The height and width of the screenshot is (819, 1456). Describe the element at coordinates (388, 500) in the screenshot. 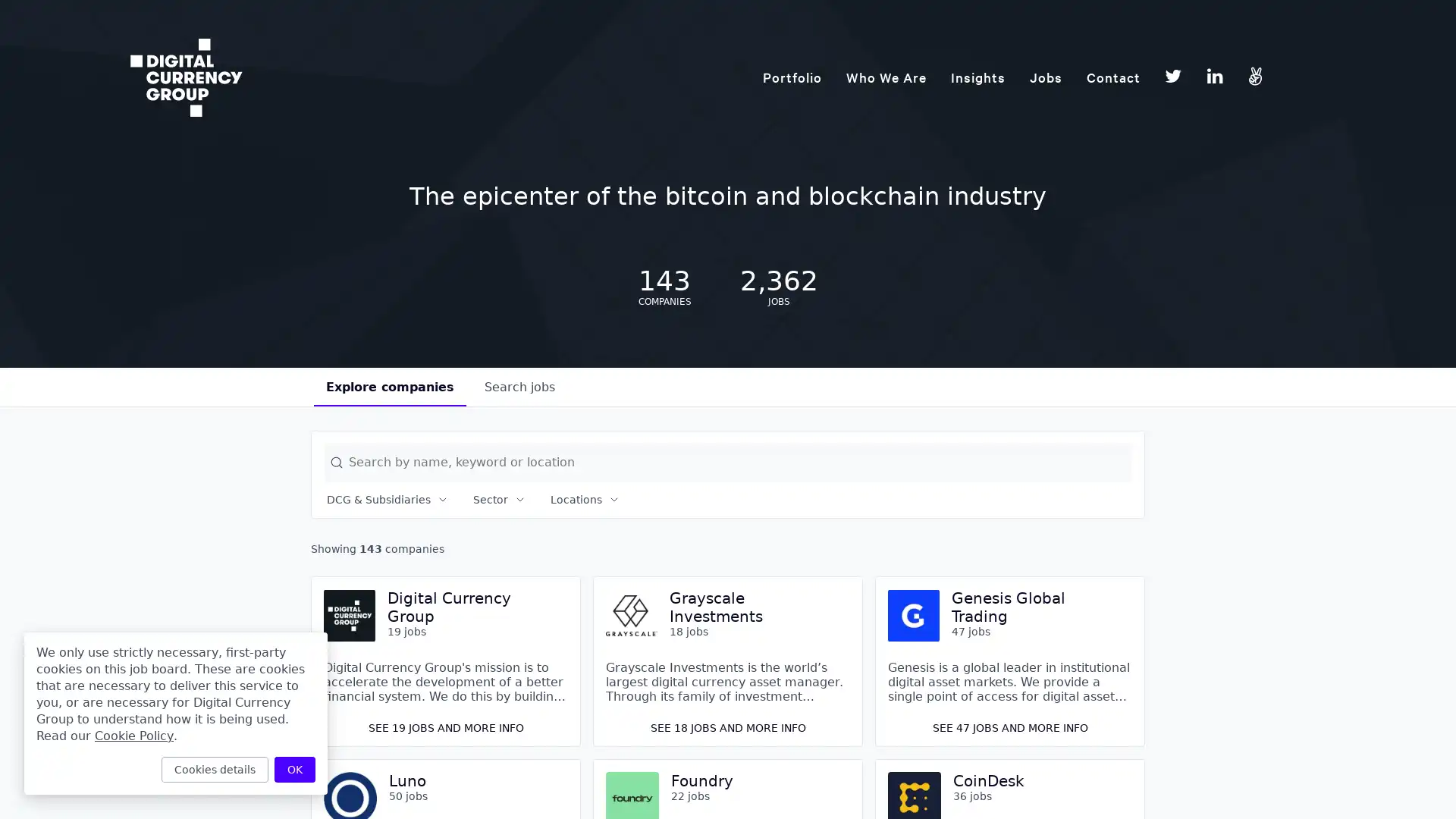

I see `DCG & Subsidiaries` at that location.